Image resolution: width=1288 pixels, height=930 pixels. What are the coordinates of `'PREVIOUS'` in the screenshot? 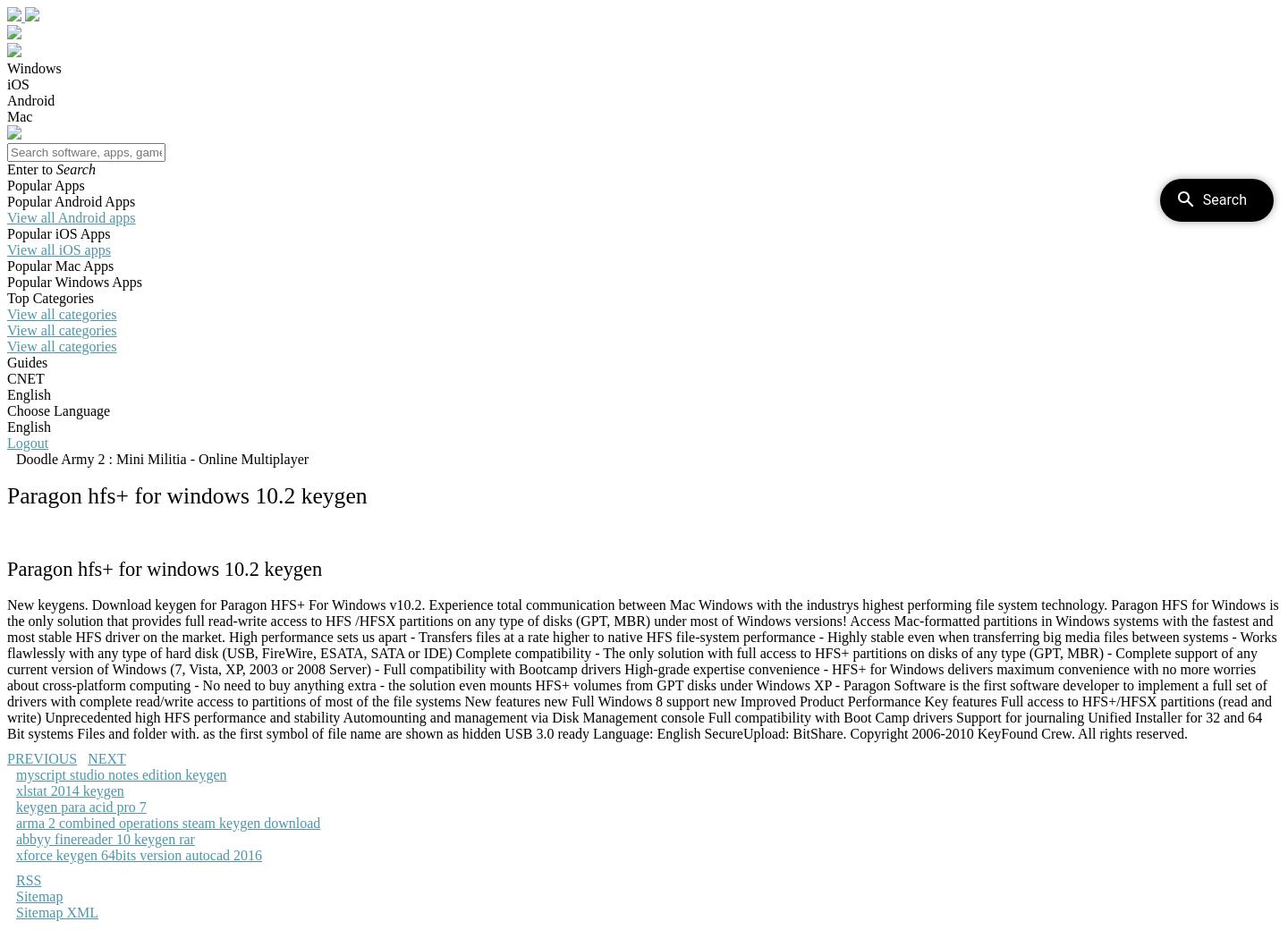 It's located at (40, 757).